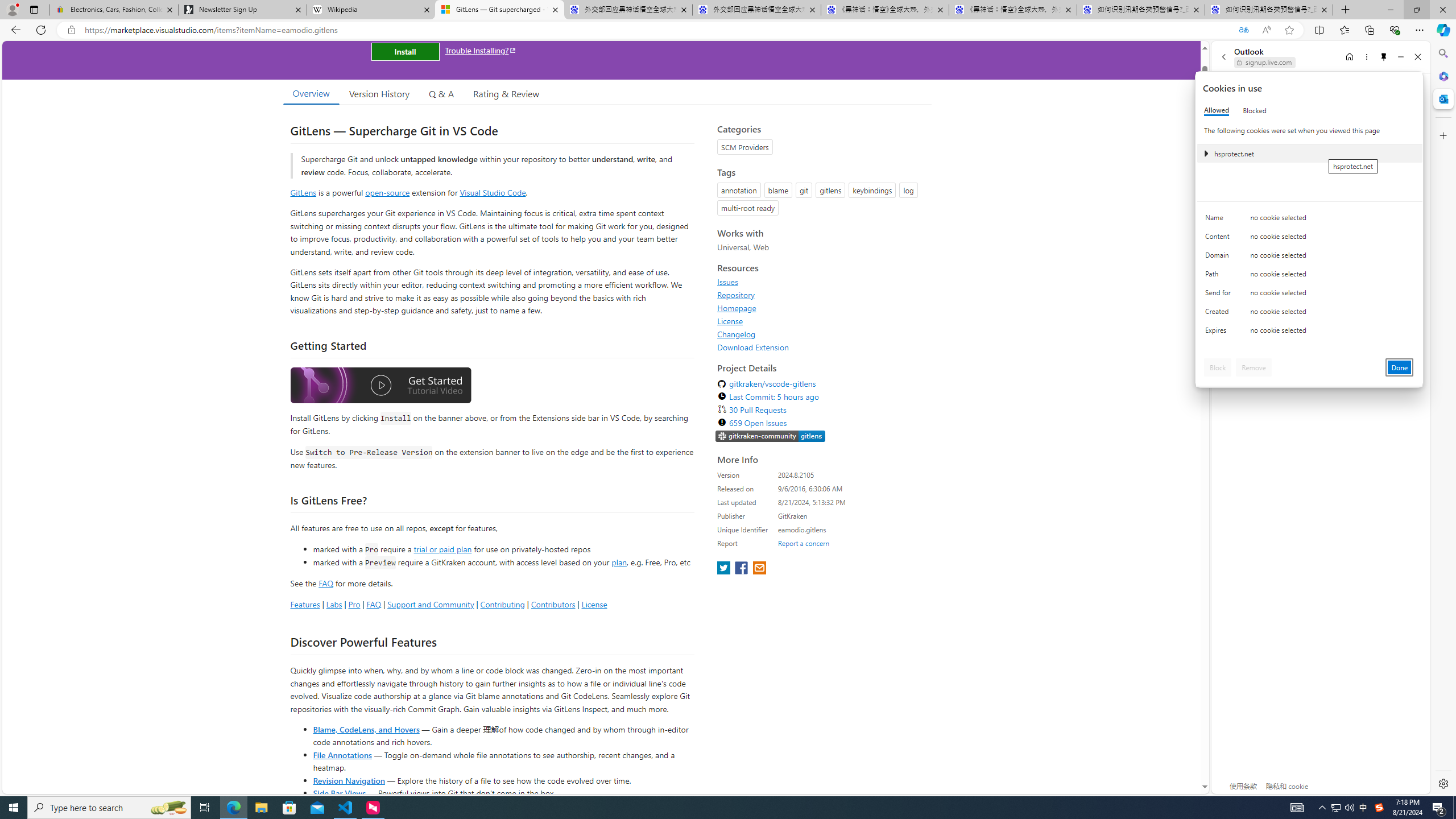 The height and width of the screenshot is (819, 1456). Describe the element at coordinates (1309, 220) in the screenshot. I see `'Class: c0153 c0157 c0154'` at that location.